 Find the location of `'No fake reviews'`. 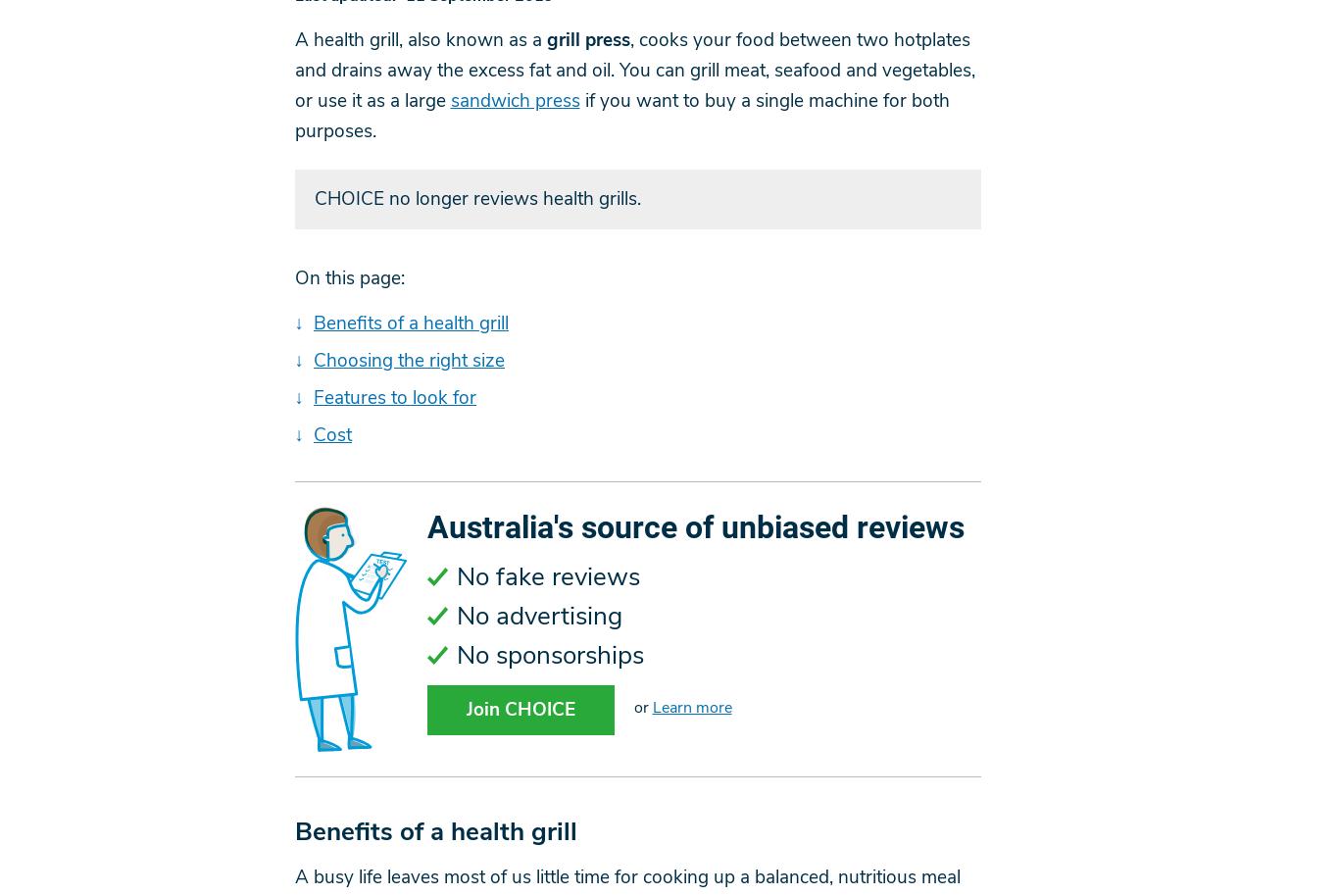

'No fake reviews' is located at coordinates (547, 576).